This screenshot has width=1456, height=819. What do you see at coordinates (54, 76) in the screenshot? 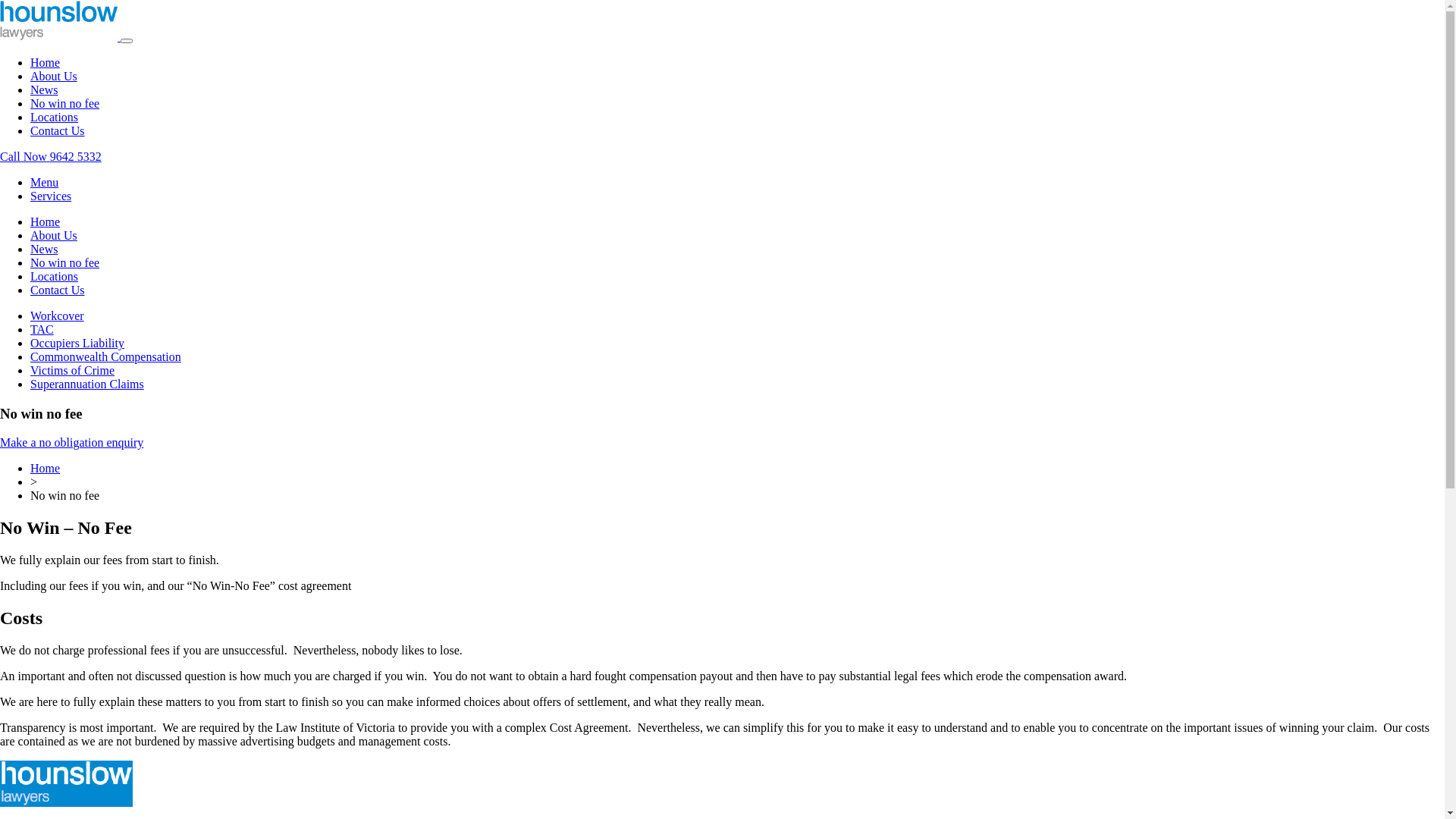
I see `'About Us'` at bounding box center [54, 76].